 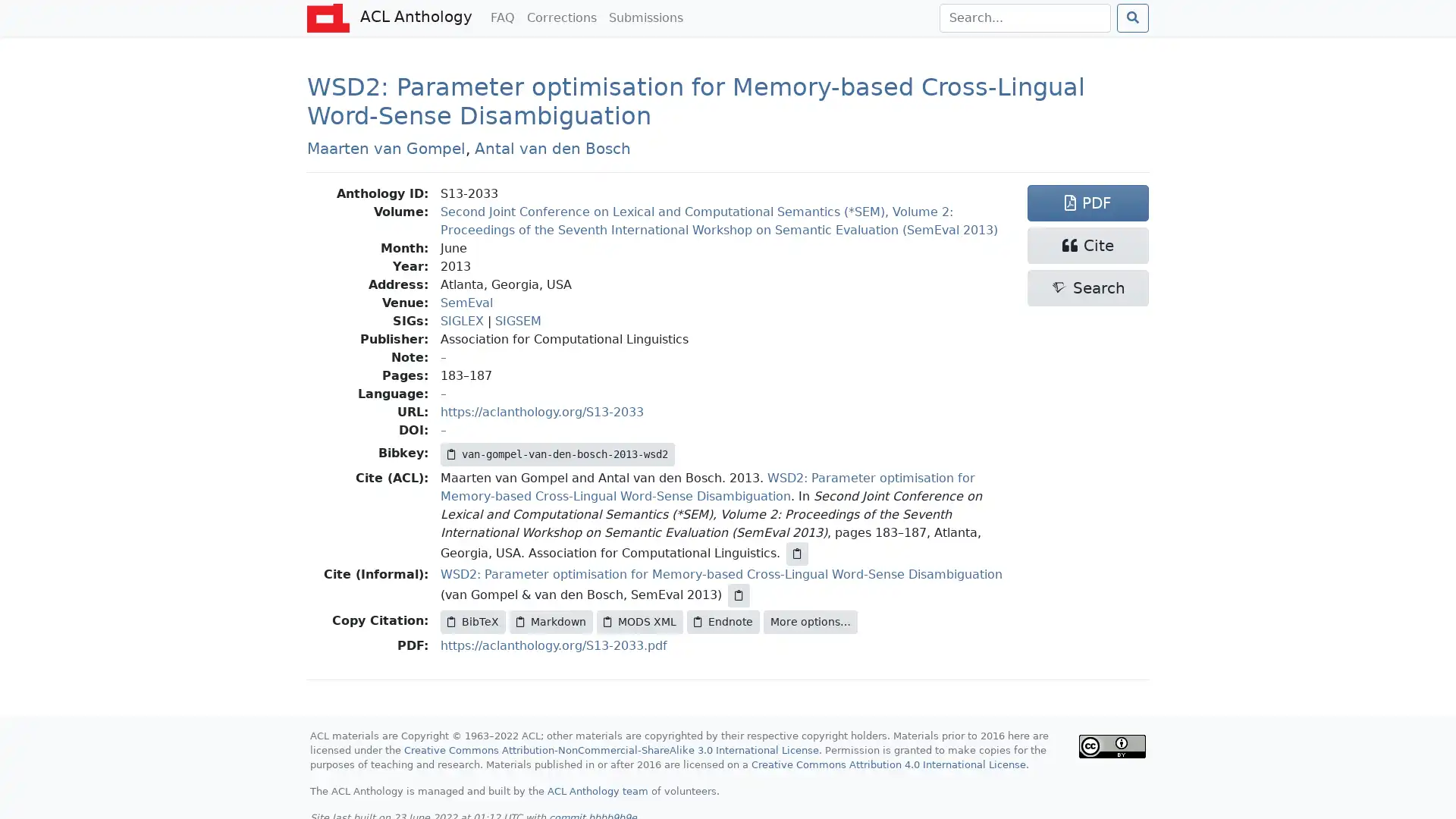 I want to click on BibTeX, so click(x=472, y=621).